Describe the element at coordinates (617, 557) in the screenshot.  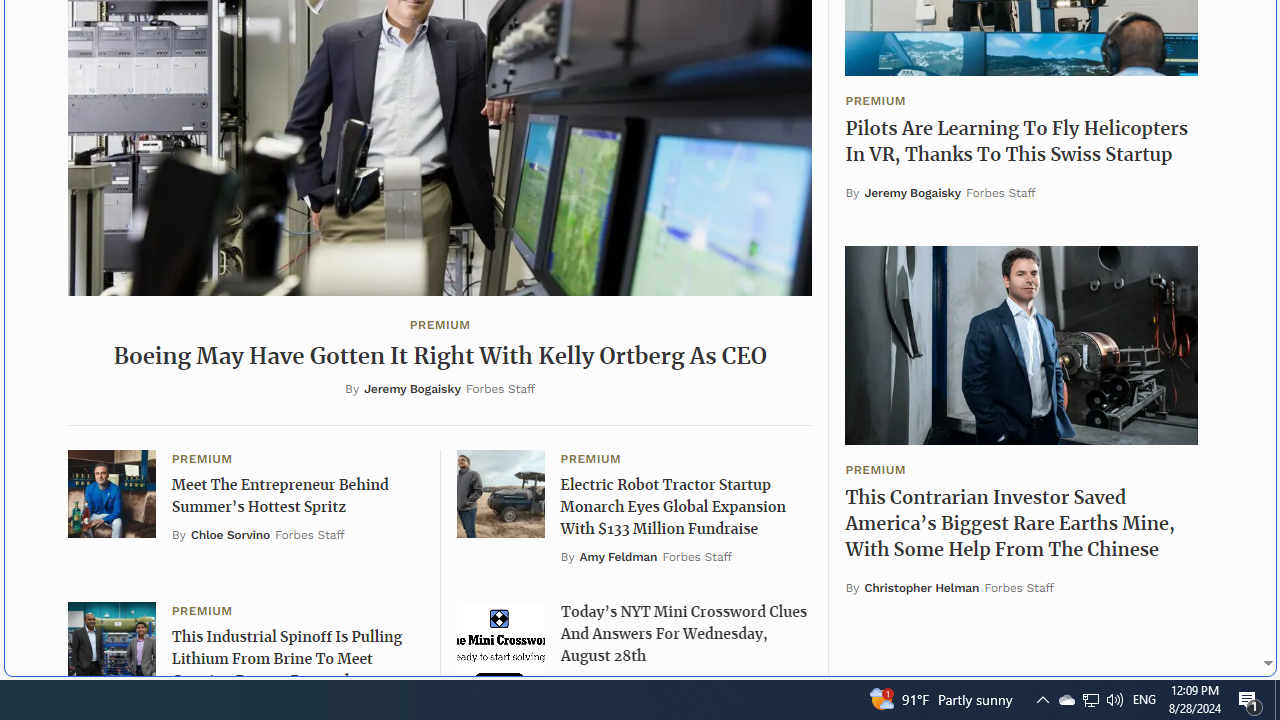
I see `'Amy Feldman'` at that location.